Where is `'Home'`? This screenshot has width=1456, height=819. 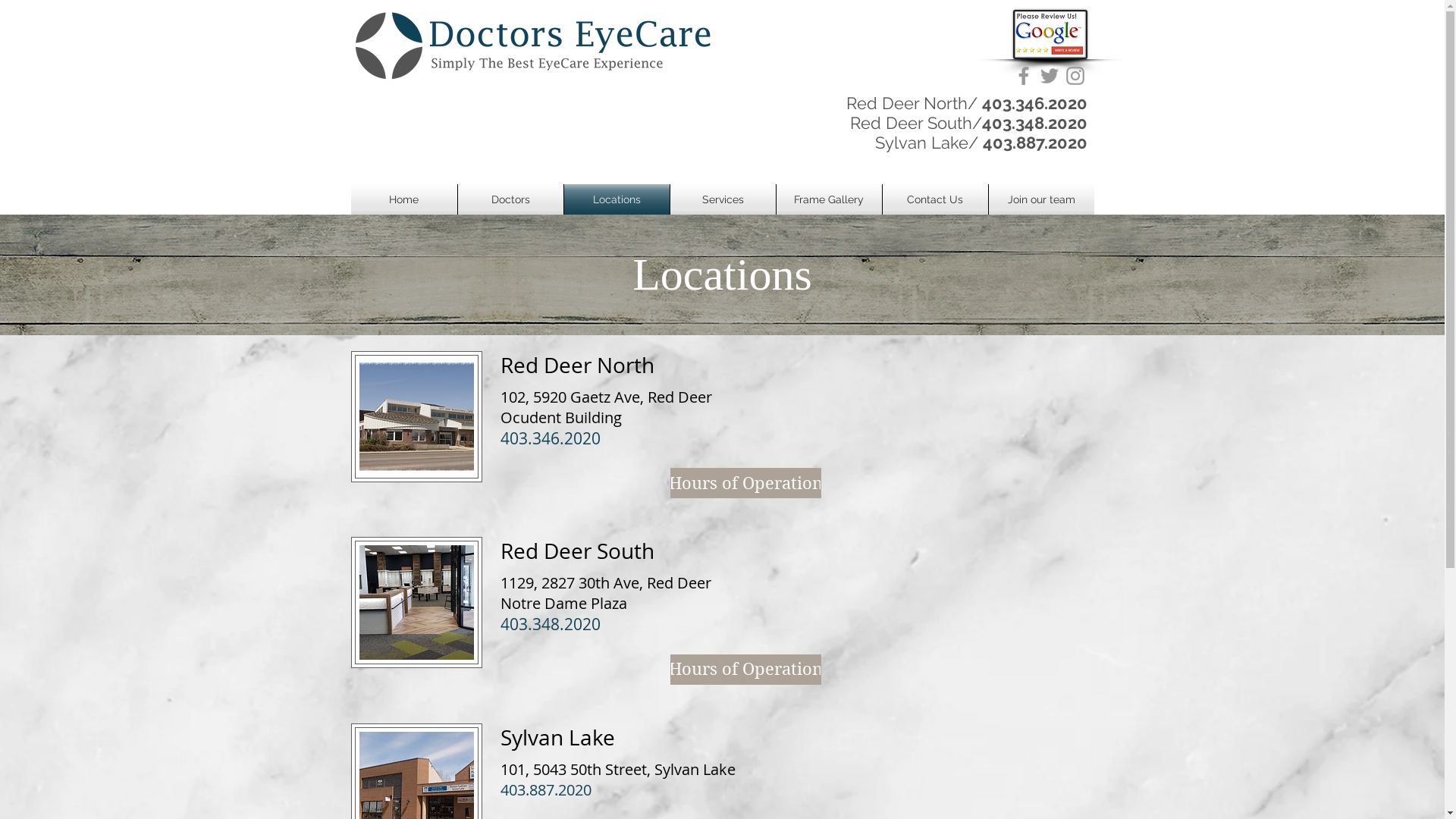 'Home' is located at coordinates (349, 198).